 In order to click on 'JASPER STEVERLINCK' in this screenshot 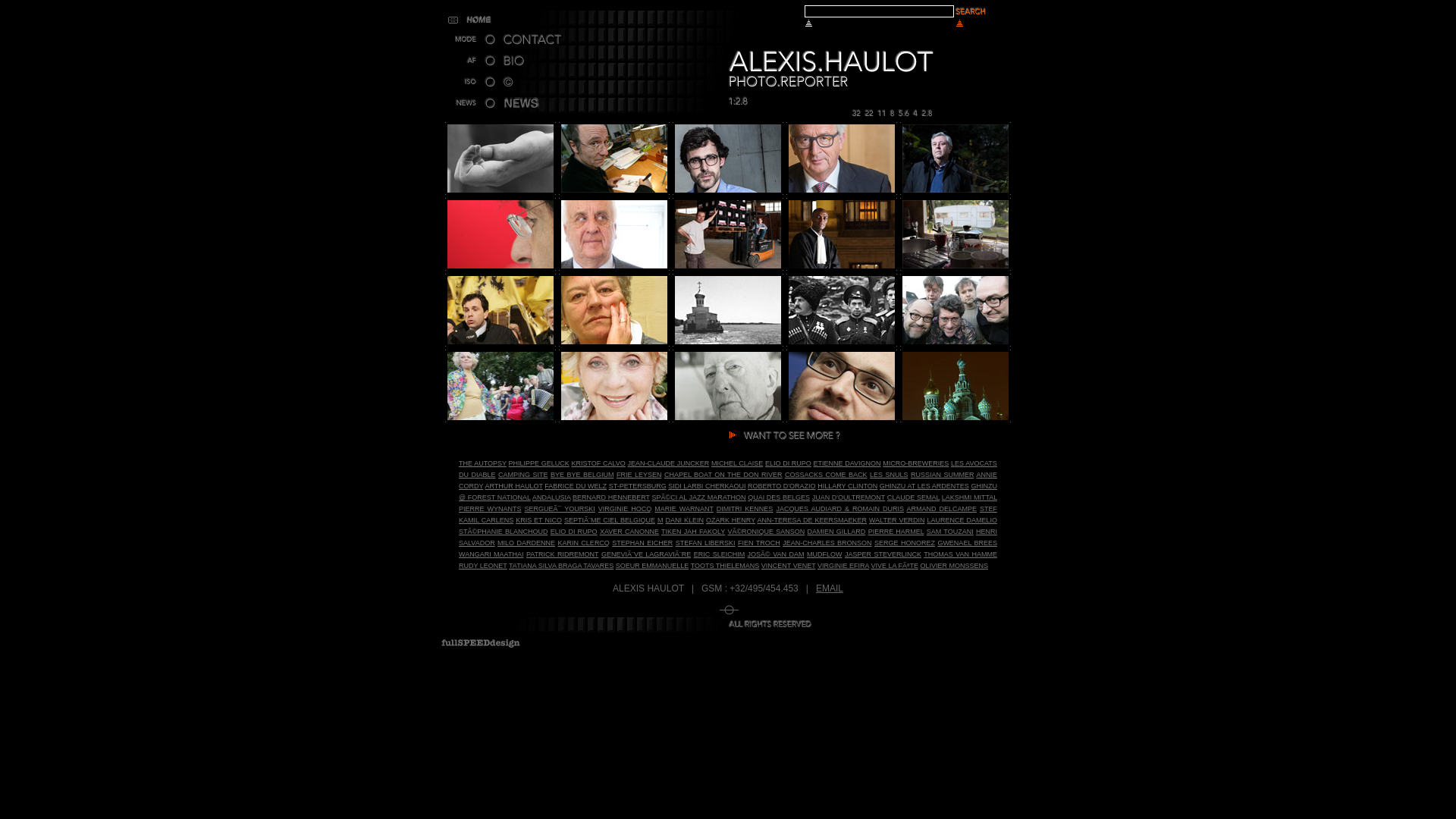, I will do `click(883, 554)`.